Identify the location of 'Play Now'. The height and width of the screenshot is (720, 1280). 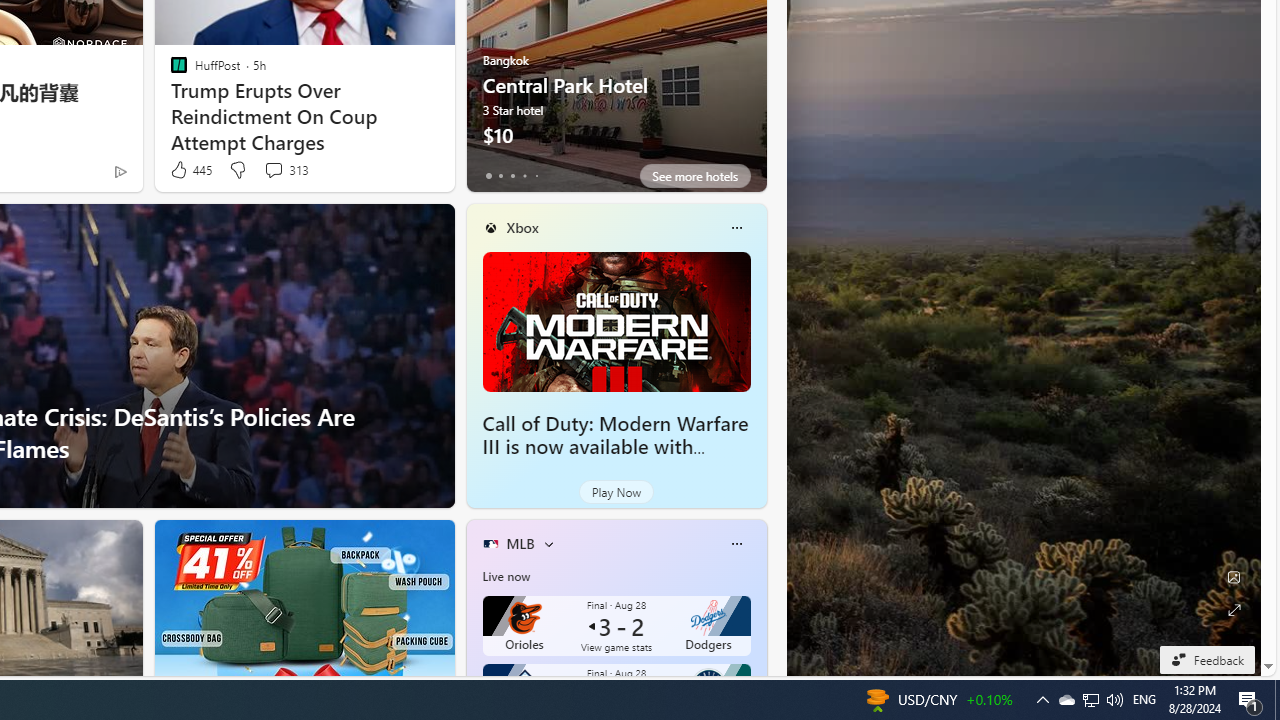
(615, 492).